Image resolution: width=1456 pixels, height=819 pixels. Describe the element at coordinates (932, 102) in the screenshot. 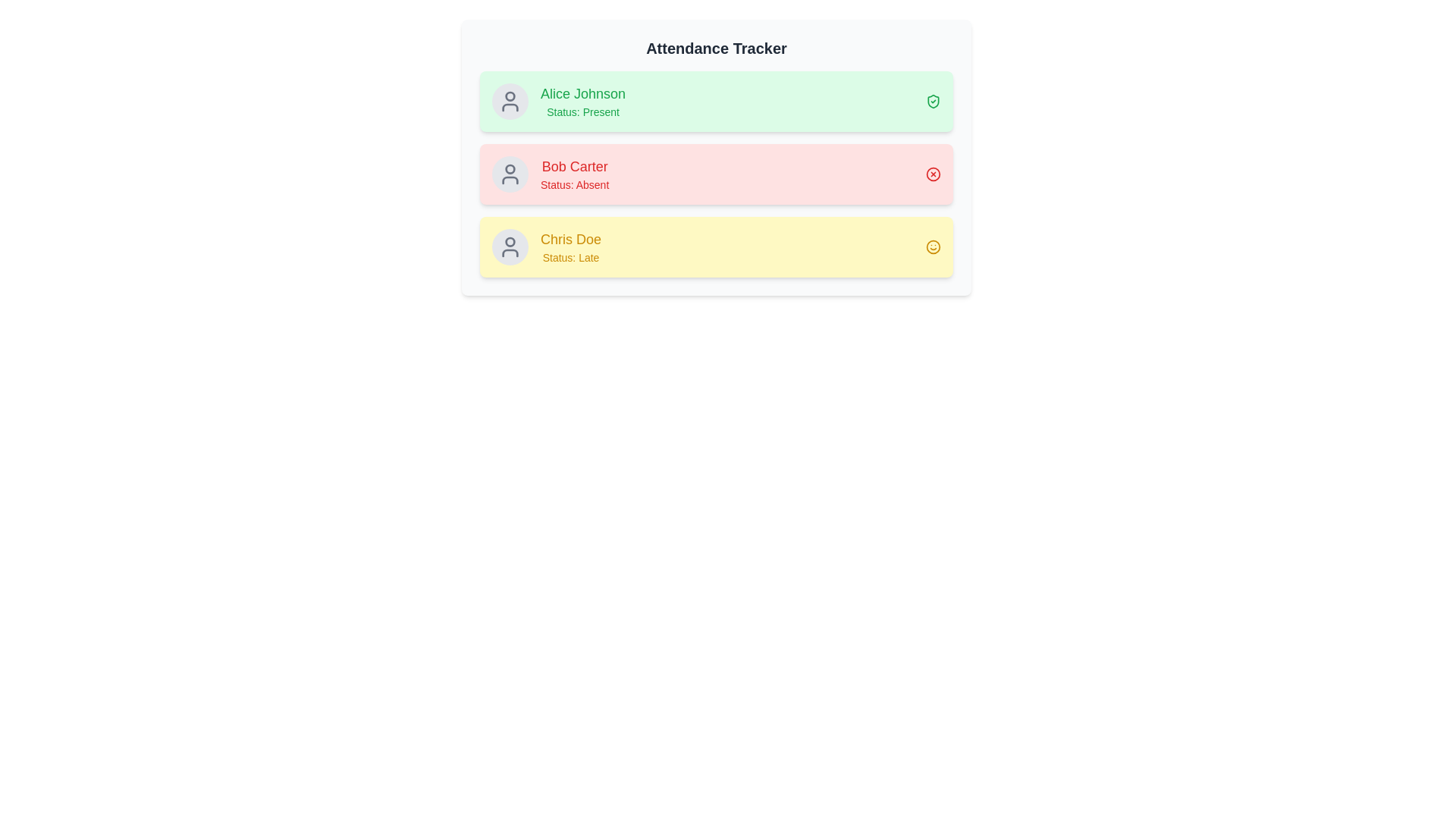

I see `the 'present' status indication represented by the SVG graphic for Alice Johnson, located at the top right corner of her list item` at that location.